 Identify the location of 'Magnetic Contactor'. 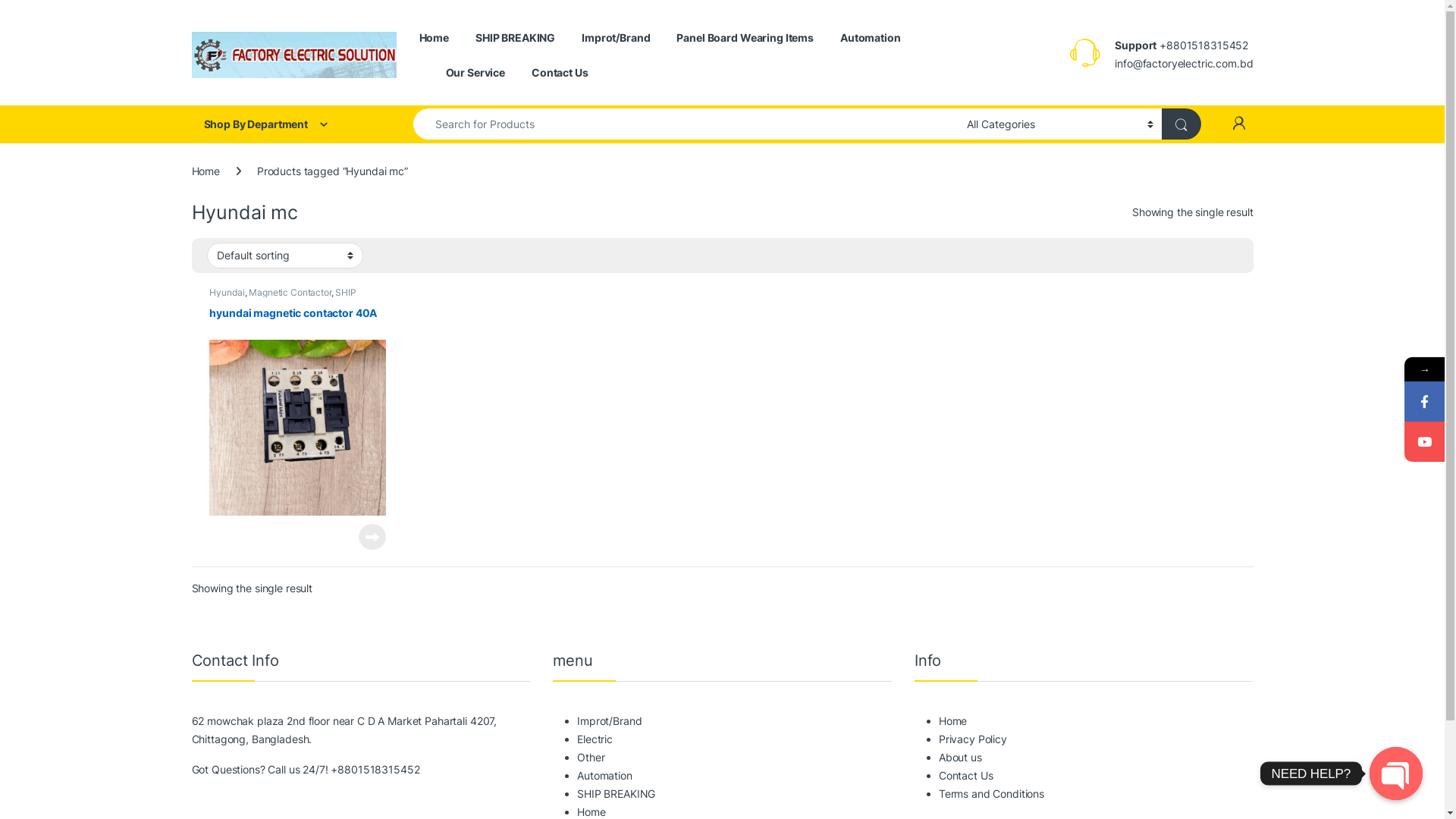
(290, 292).